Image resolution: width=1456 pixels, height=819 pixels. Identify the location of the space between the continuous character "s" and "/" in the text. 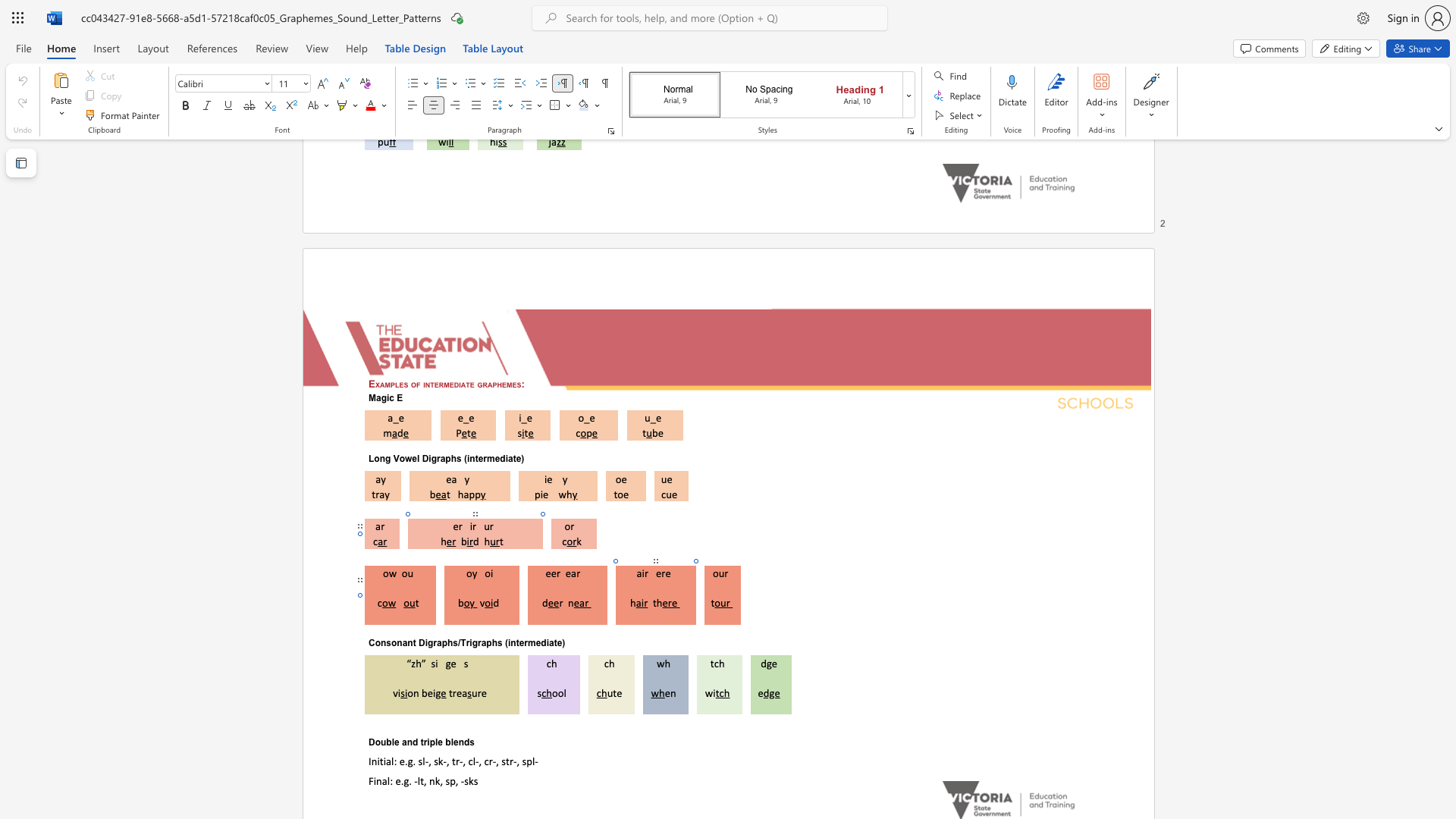
(457, 643).